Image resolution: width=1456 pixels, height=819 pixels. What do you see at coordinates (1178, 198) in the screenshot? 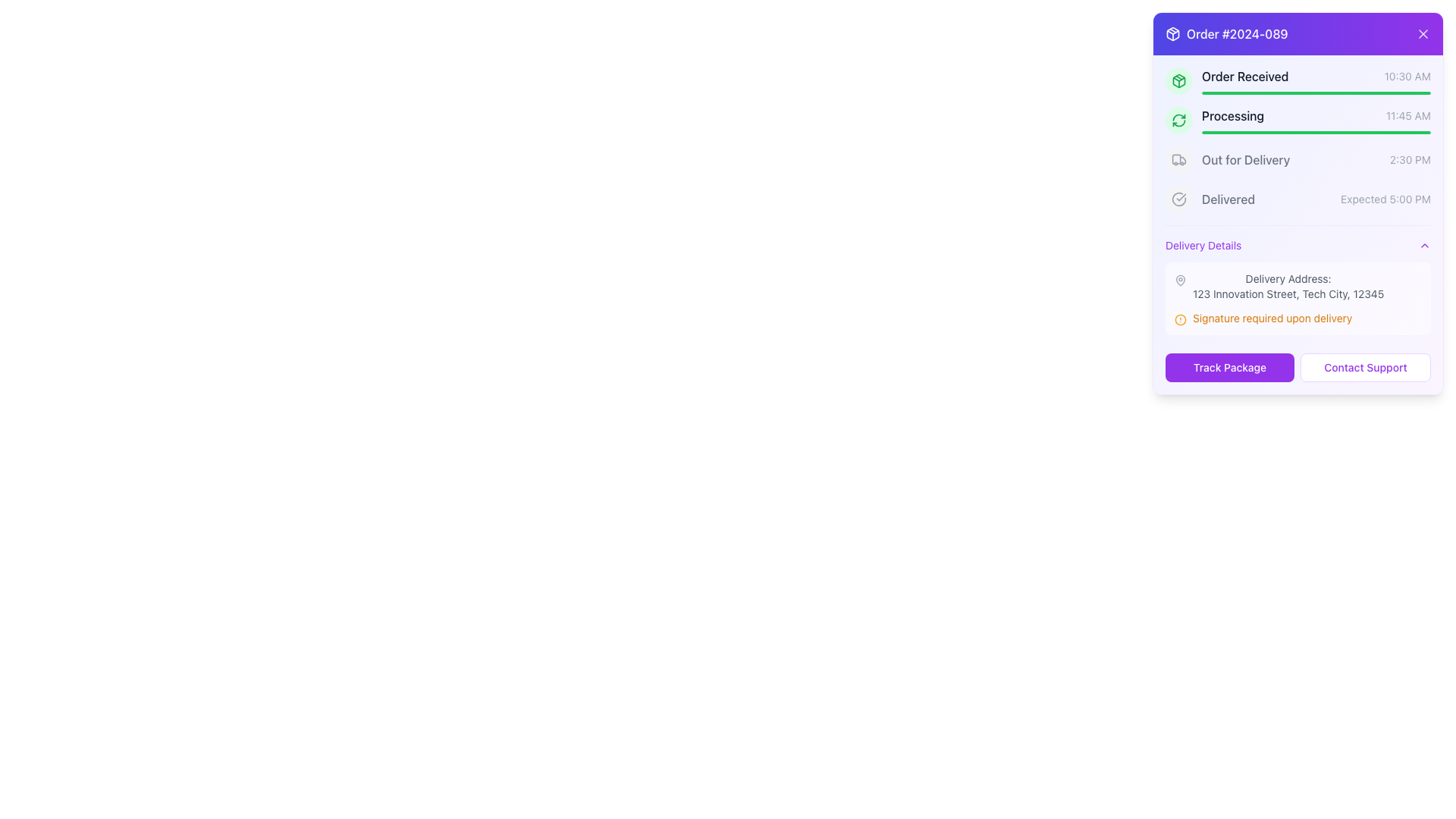
I see `the circular graphical component, which is a segment of an icon within an SVG element, located to the right of the 'Order Received' text` at bounding box center [1178, 198].